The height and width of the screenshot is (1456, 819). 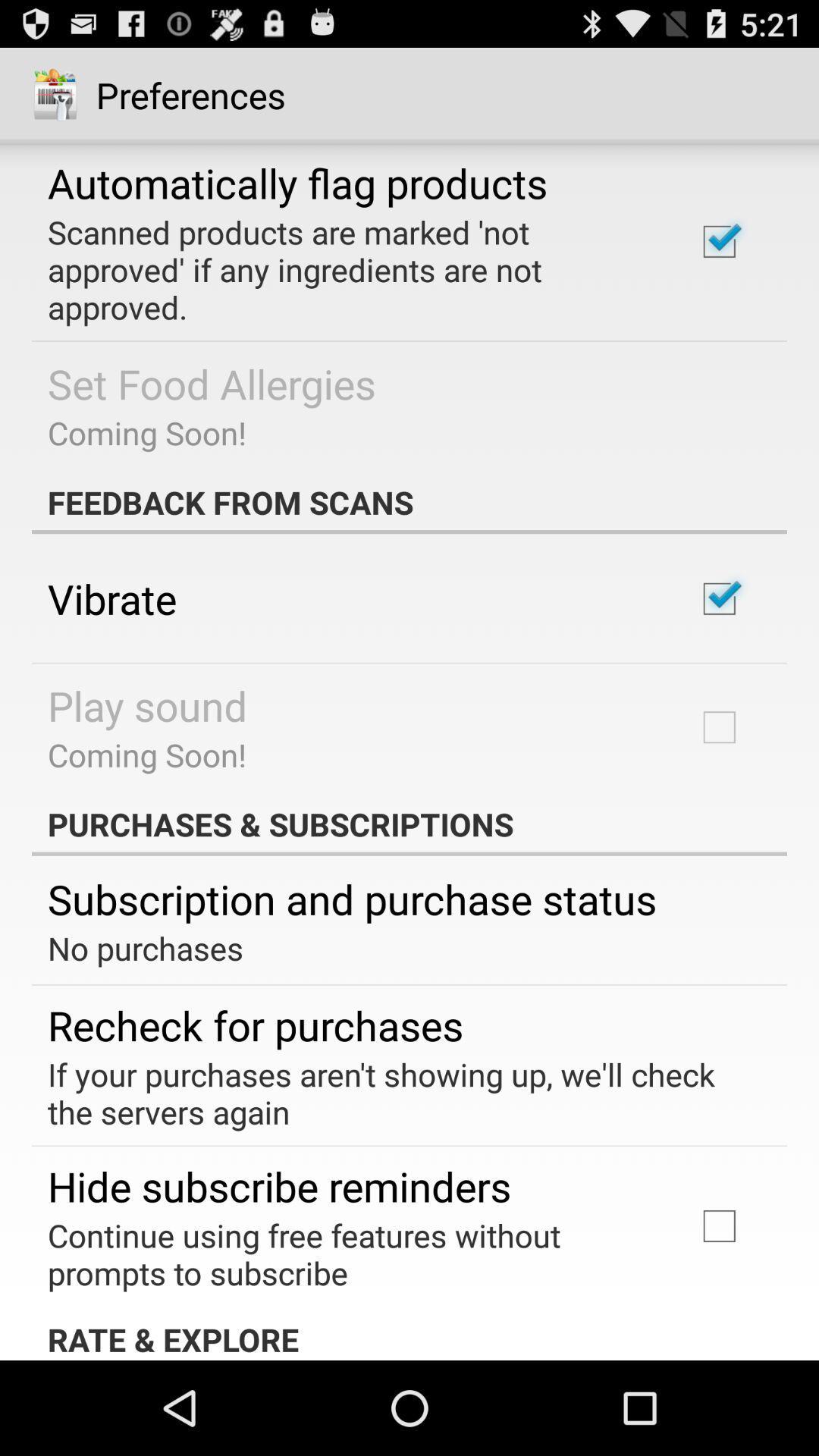 What do you see at coordinates (351, 1254) in the screenshot?
I see `the continue using free app` at bounding box center [351, 1254].